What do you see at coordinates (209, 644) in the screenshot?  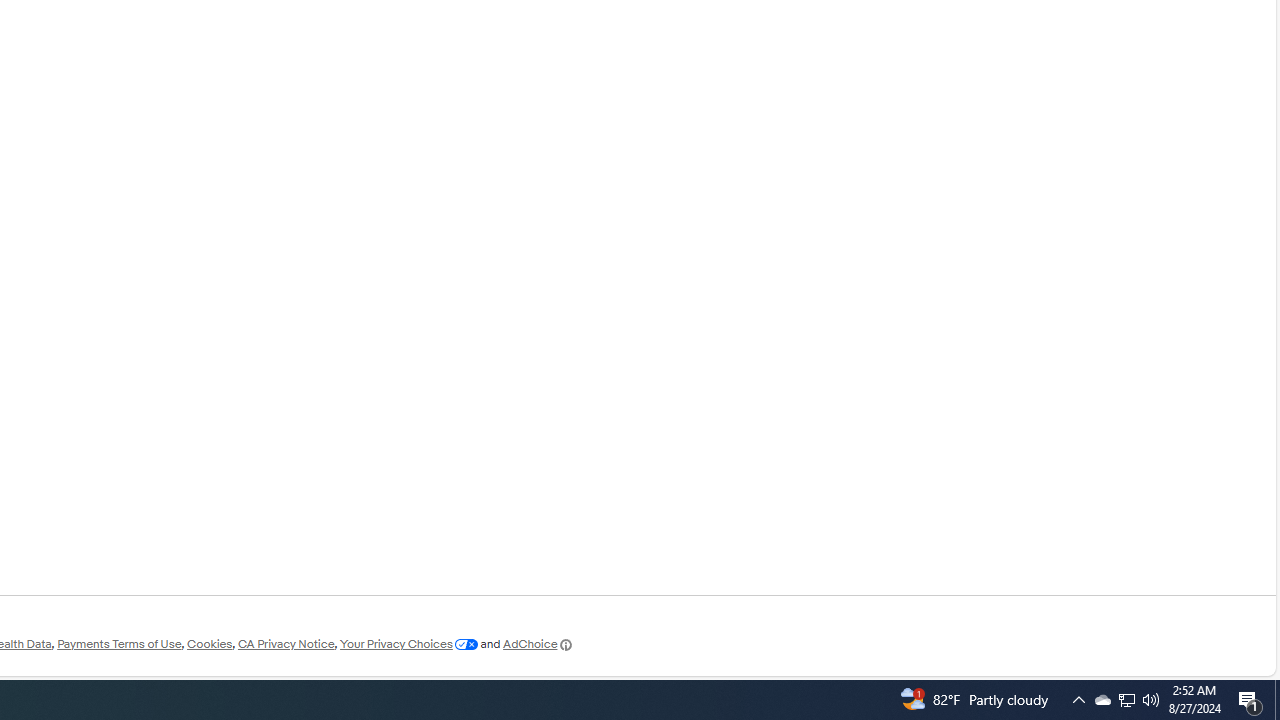 I see `'Cookies'` at bounding box center [209, 644].